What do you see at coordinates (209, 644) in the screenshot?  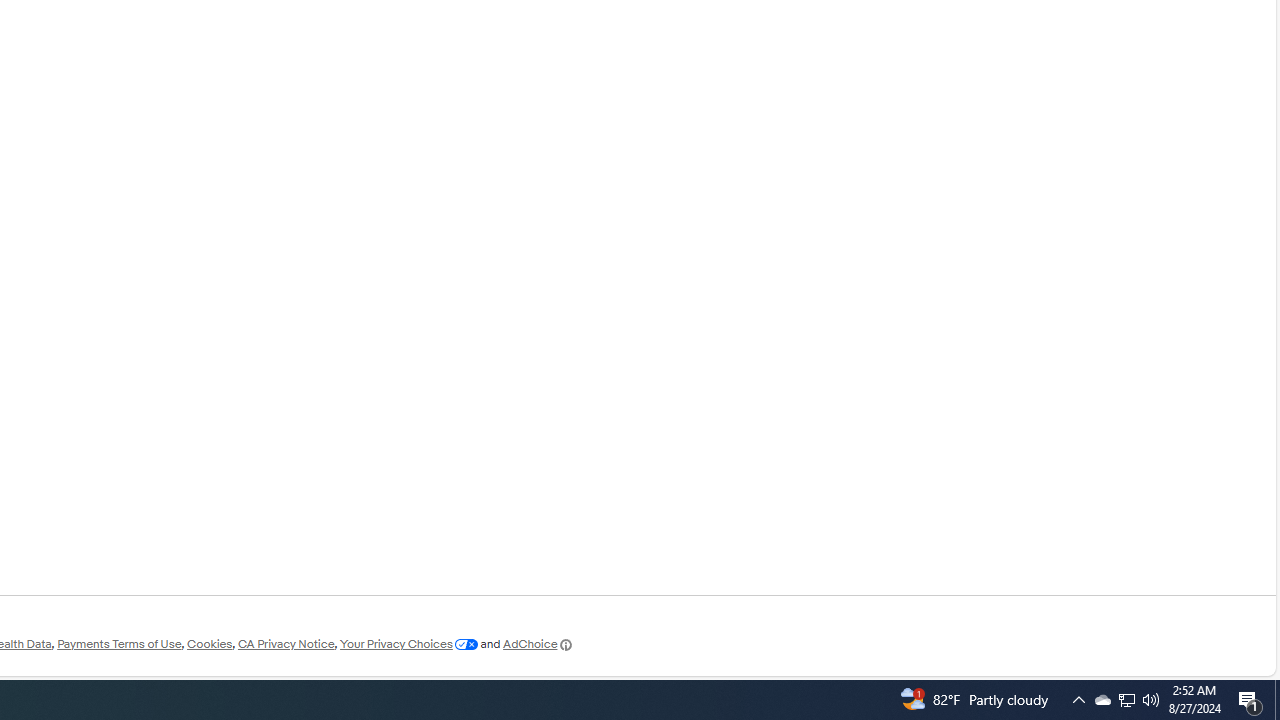 I see `'Cookies'` at bounding box center [209, 644].